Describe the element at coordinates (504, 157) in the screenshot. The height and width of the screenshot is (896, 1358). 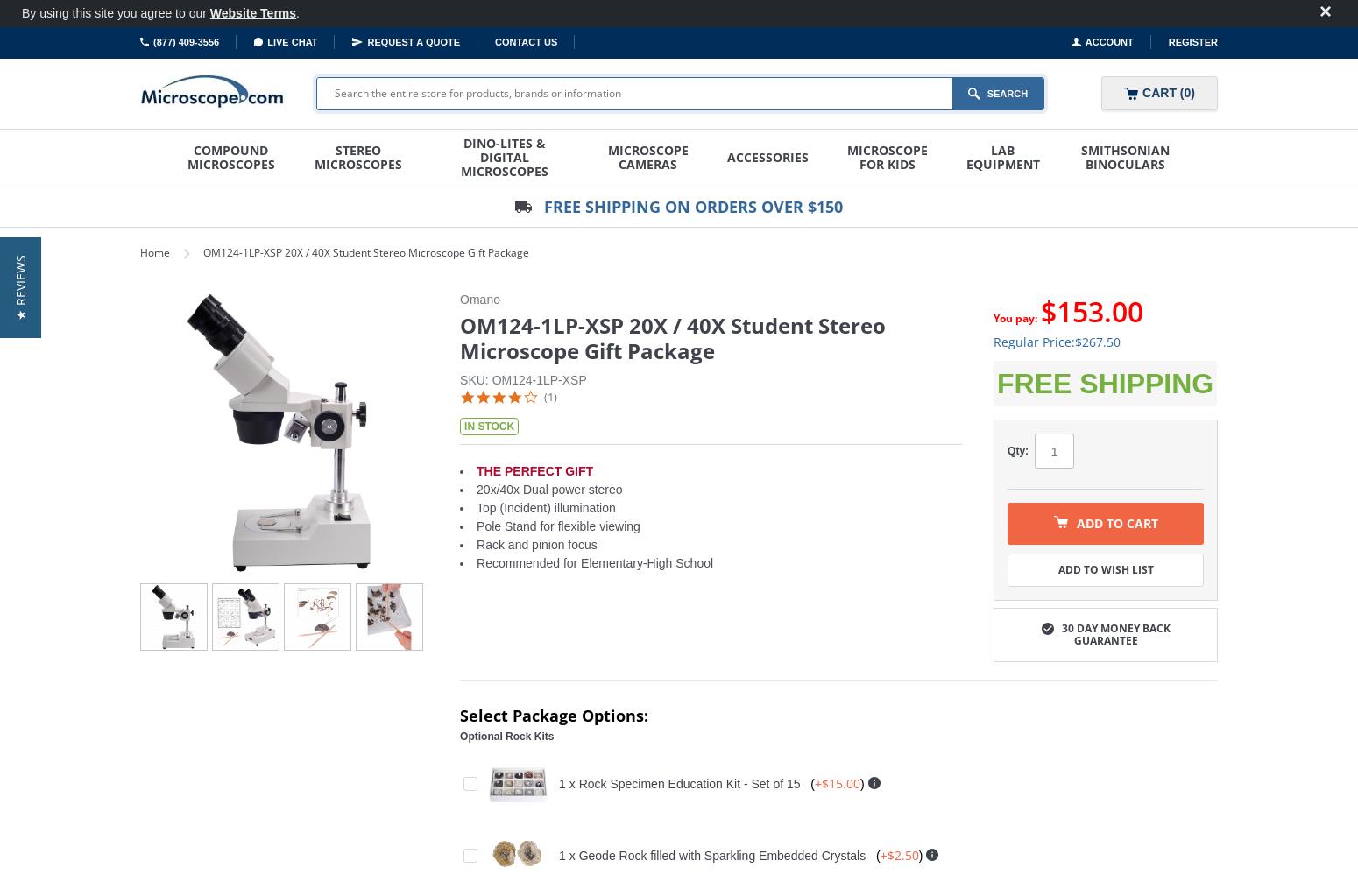
I see `'Dino-Lites & Digital Microscopes'` at that location.